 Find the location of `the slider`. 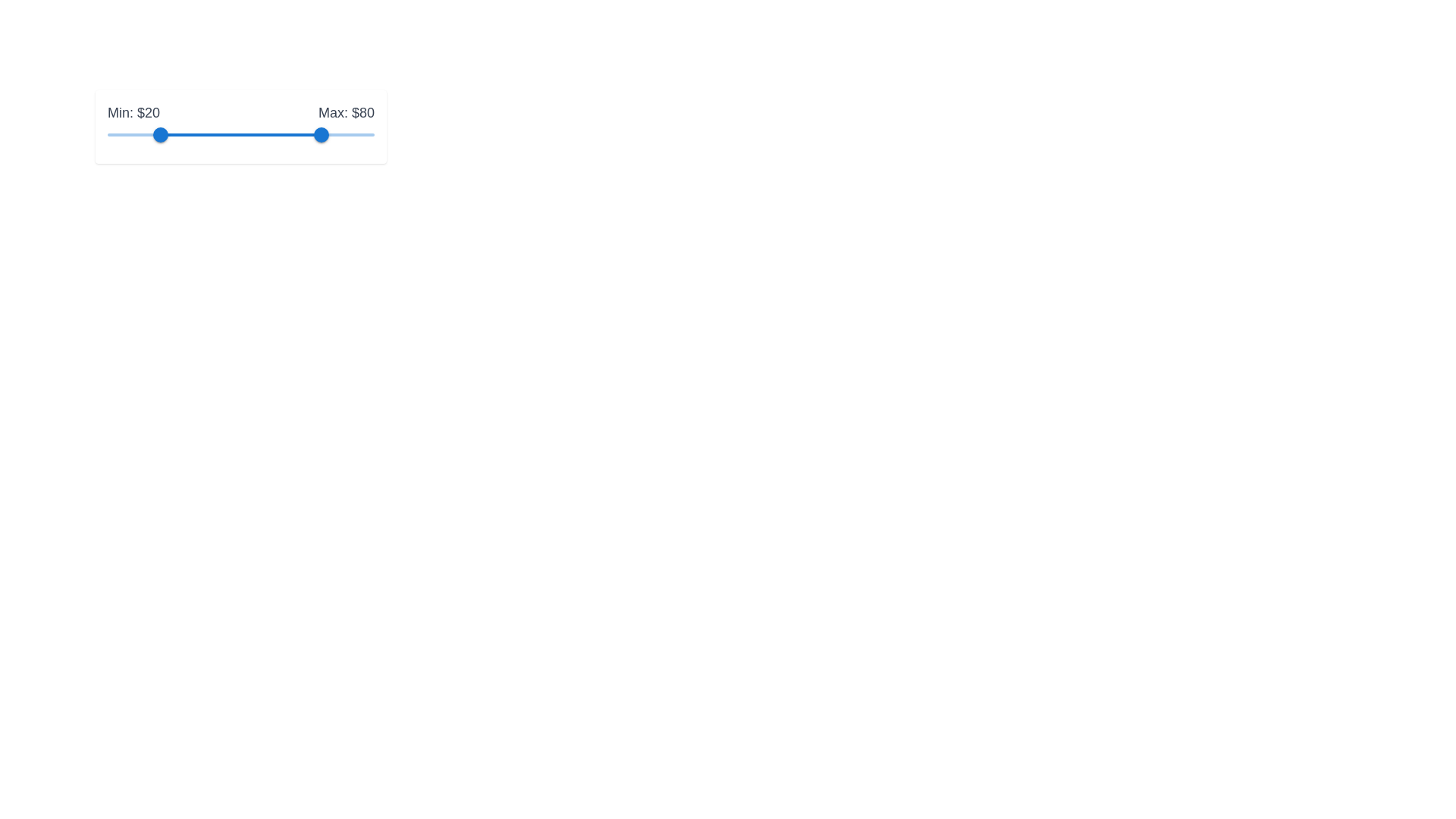

the slider is located at coordinates (262, 133).